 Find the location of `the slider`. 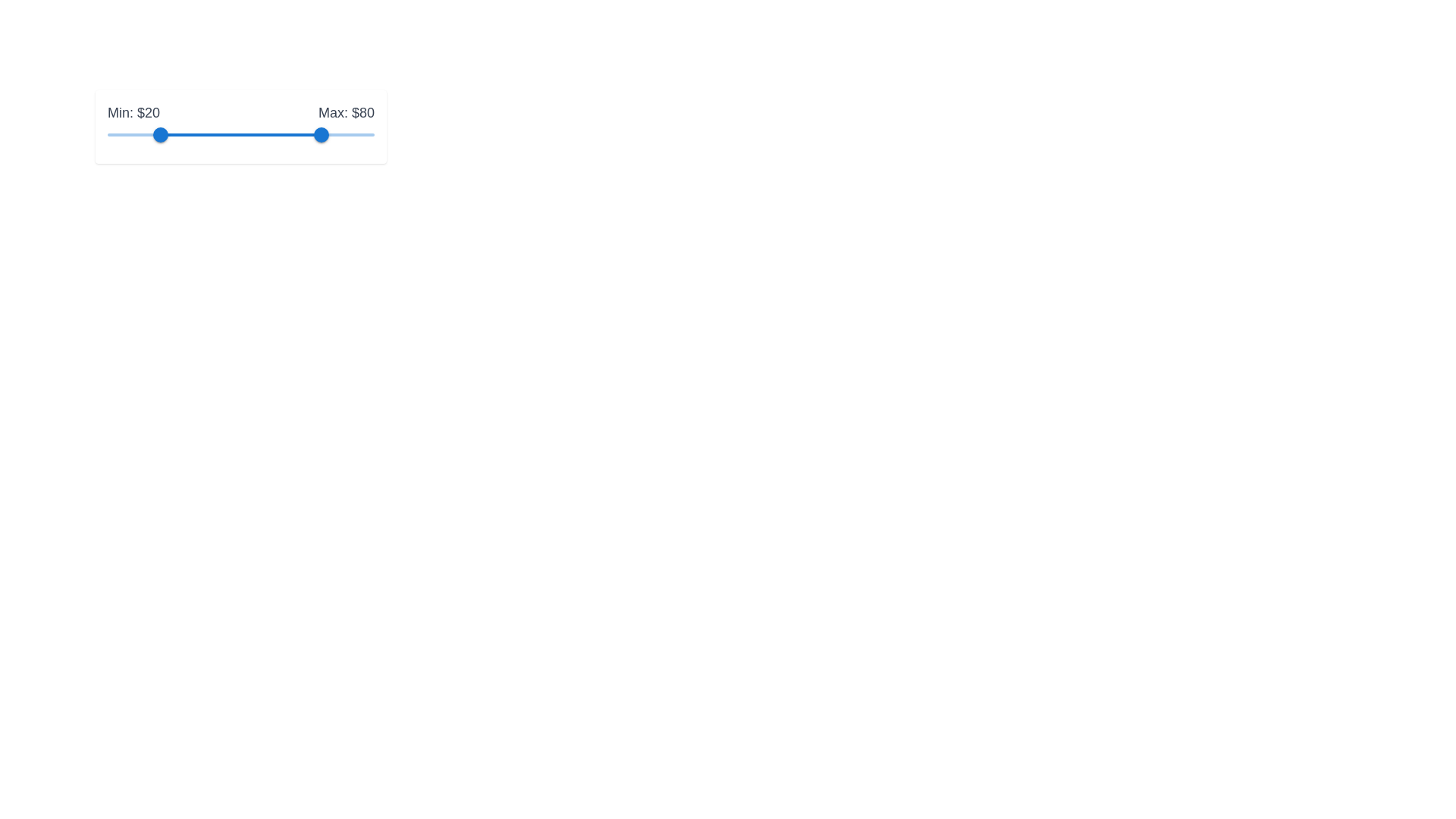

the slider is located at coordinates (262, 133).